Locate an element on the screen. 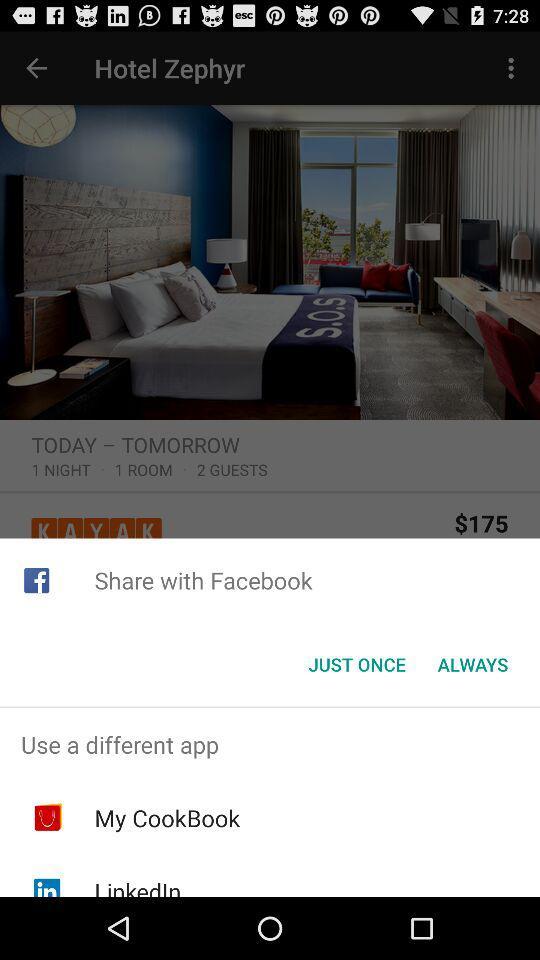 The width and height of the screenshot is (540, 960). the just once item is located at coordinates (356, 664).